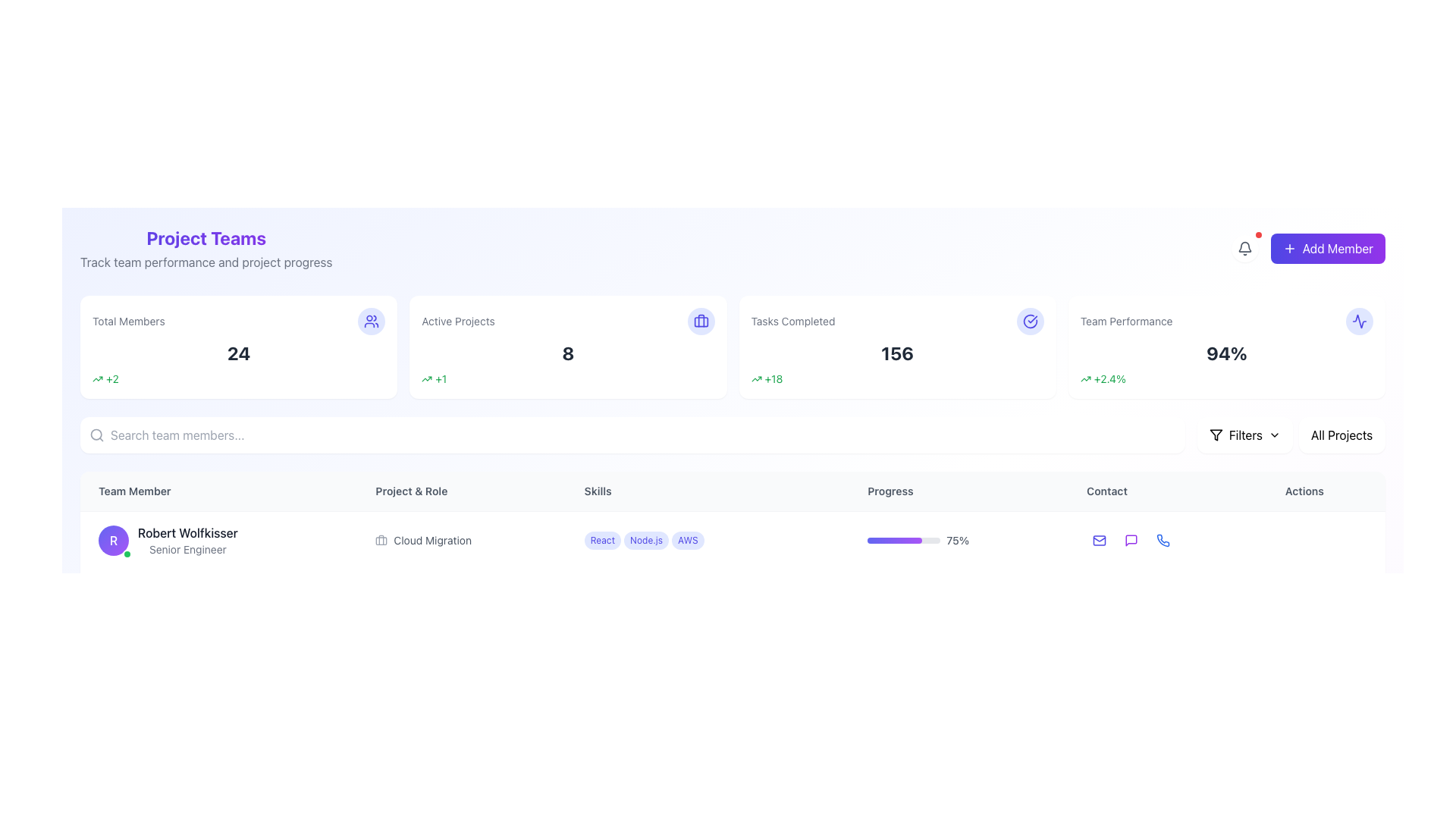  What do you see at coordinates (206, 262) in the screenshot?
I see `the informative text element located directly beneath the 'Project Teams' heading, which provides additional context about the section` at bounding box center [206, 262].